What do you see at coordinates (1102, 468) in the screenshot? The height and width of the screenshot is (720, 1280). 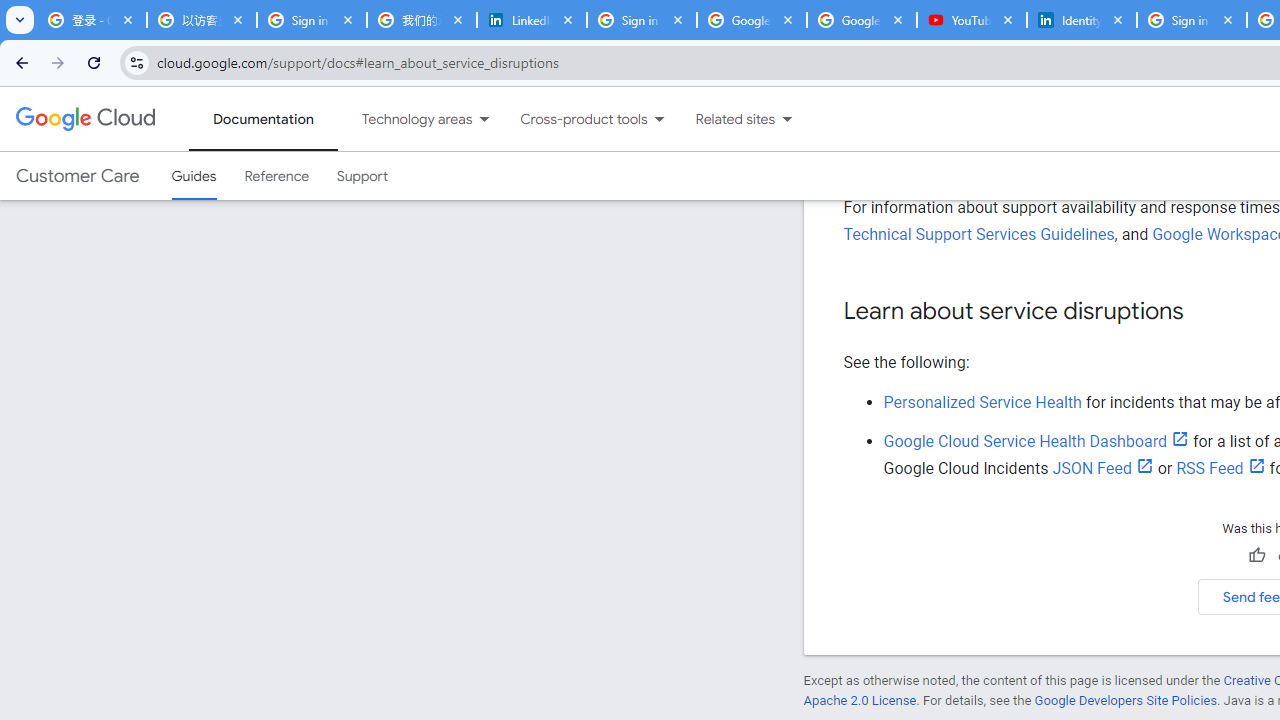 I see `'JSON Feed'` at bounding box center [1102, 468].